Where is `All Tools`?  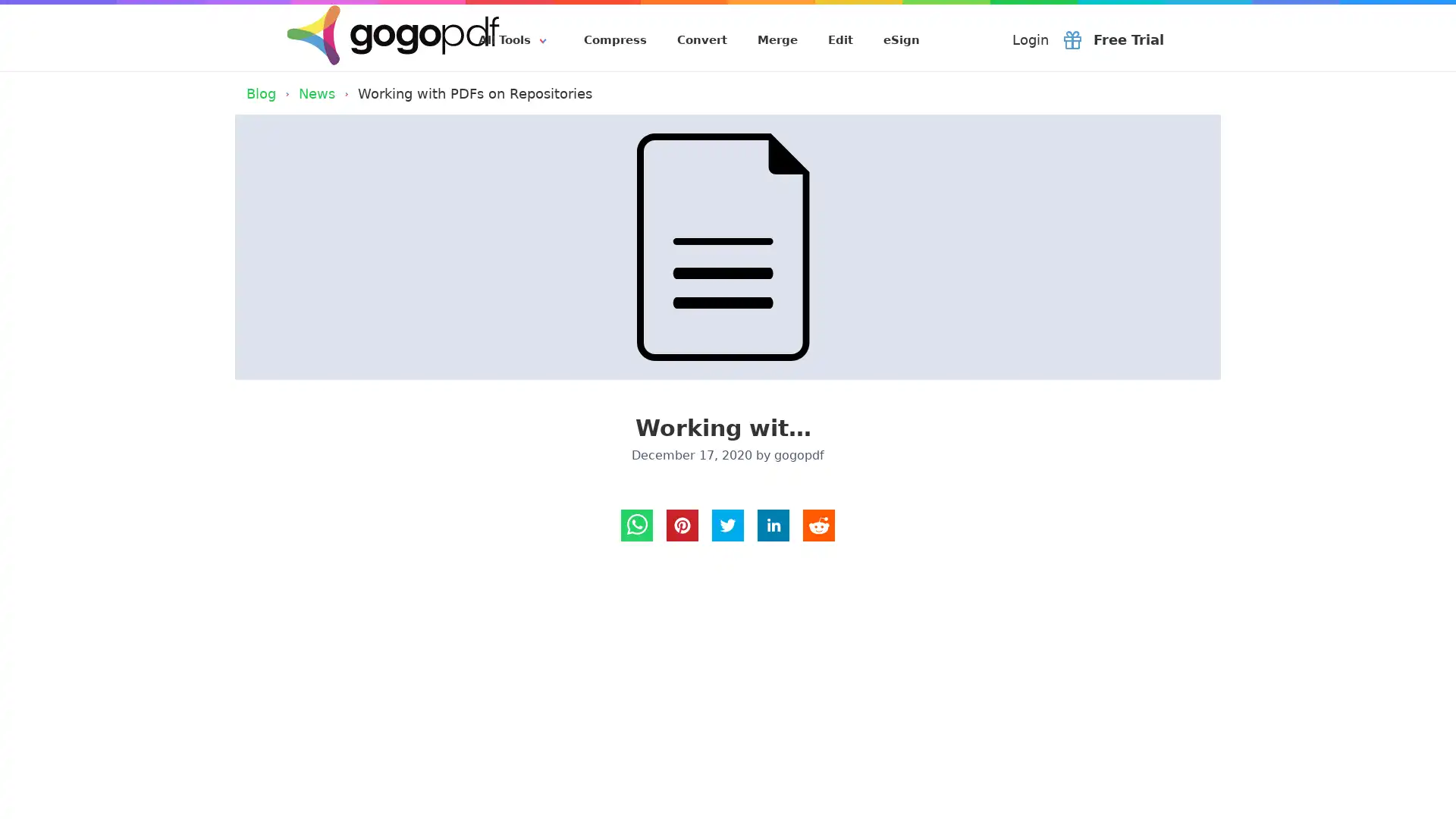 All Tools is located at coordinates (513, 39).